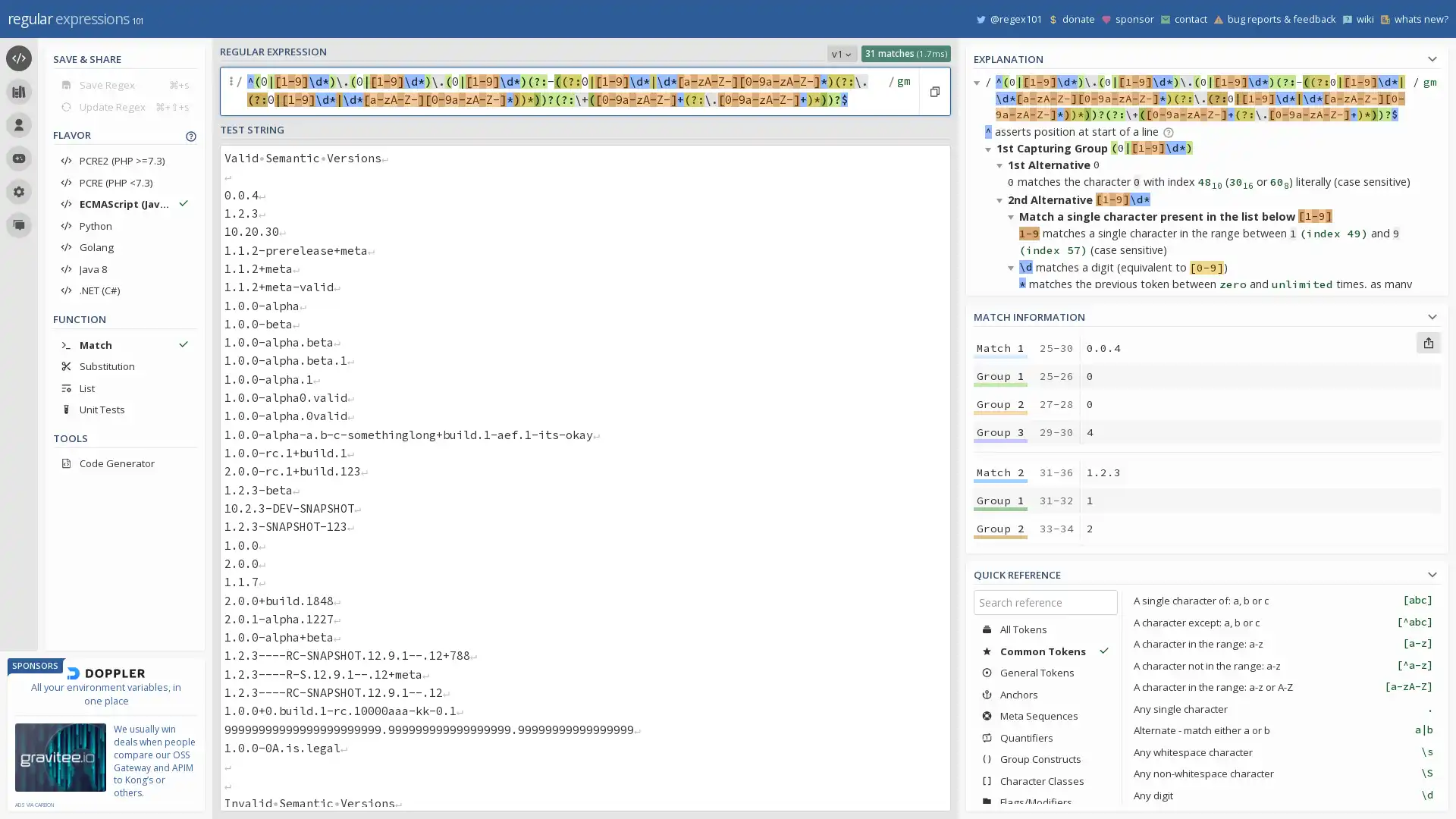  Describe the element at coordinates (1044, 629) in the screenshot. I see `All Tokens` at that location.